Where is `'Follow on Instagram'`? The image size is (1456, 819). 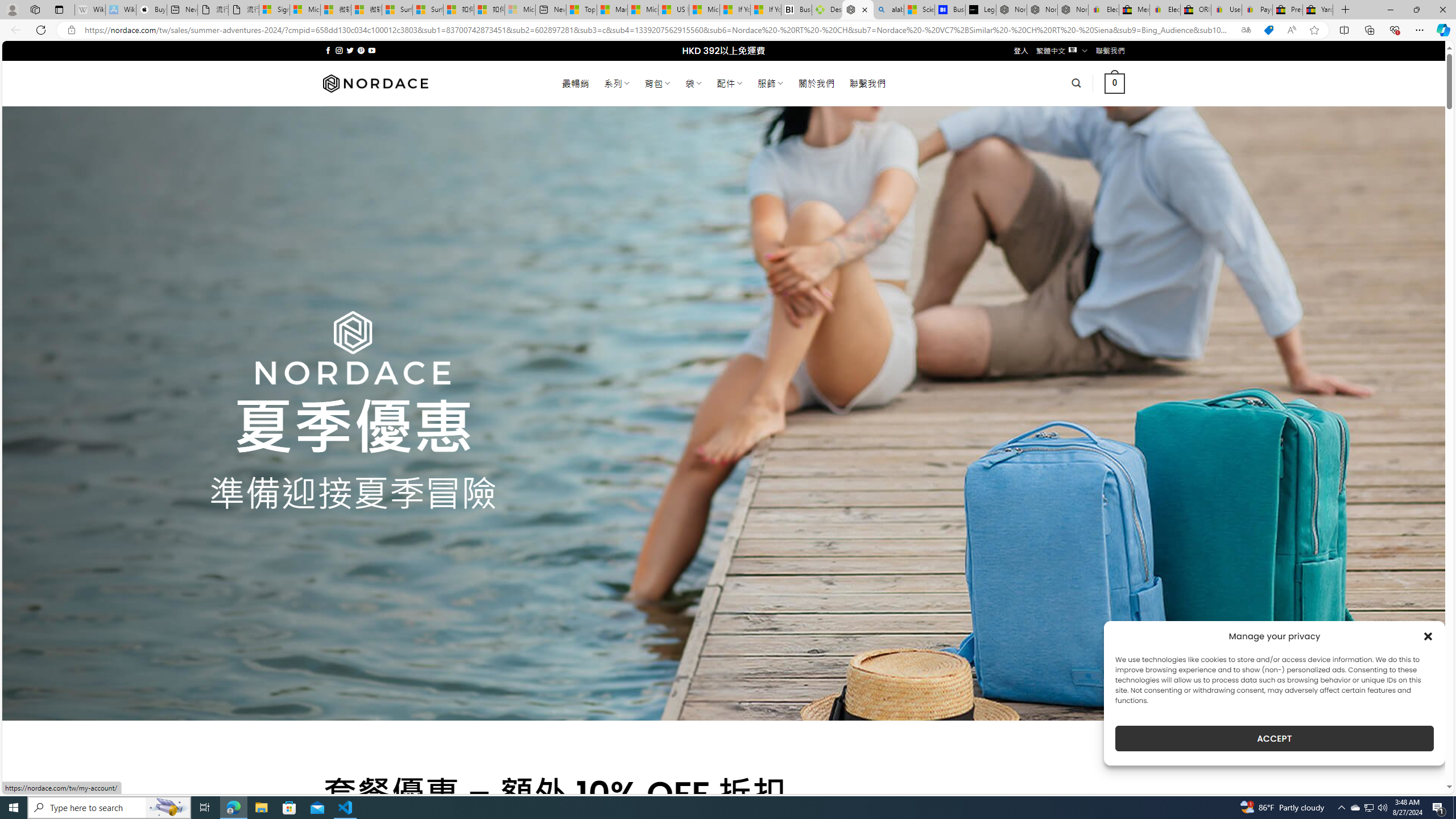 'Follow on Instagram' is located at coordinates (338, 50).